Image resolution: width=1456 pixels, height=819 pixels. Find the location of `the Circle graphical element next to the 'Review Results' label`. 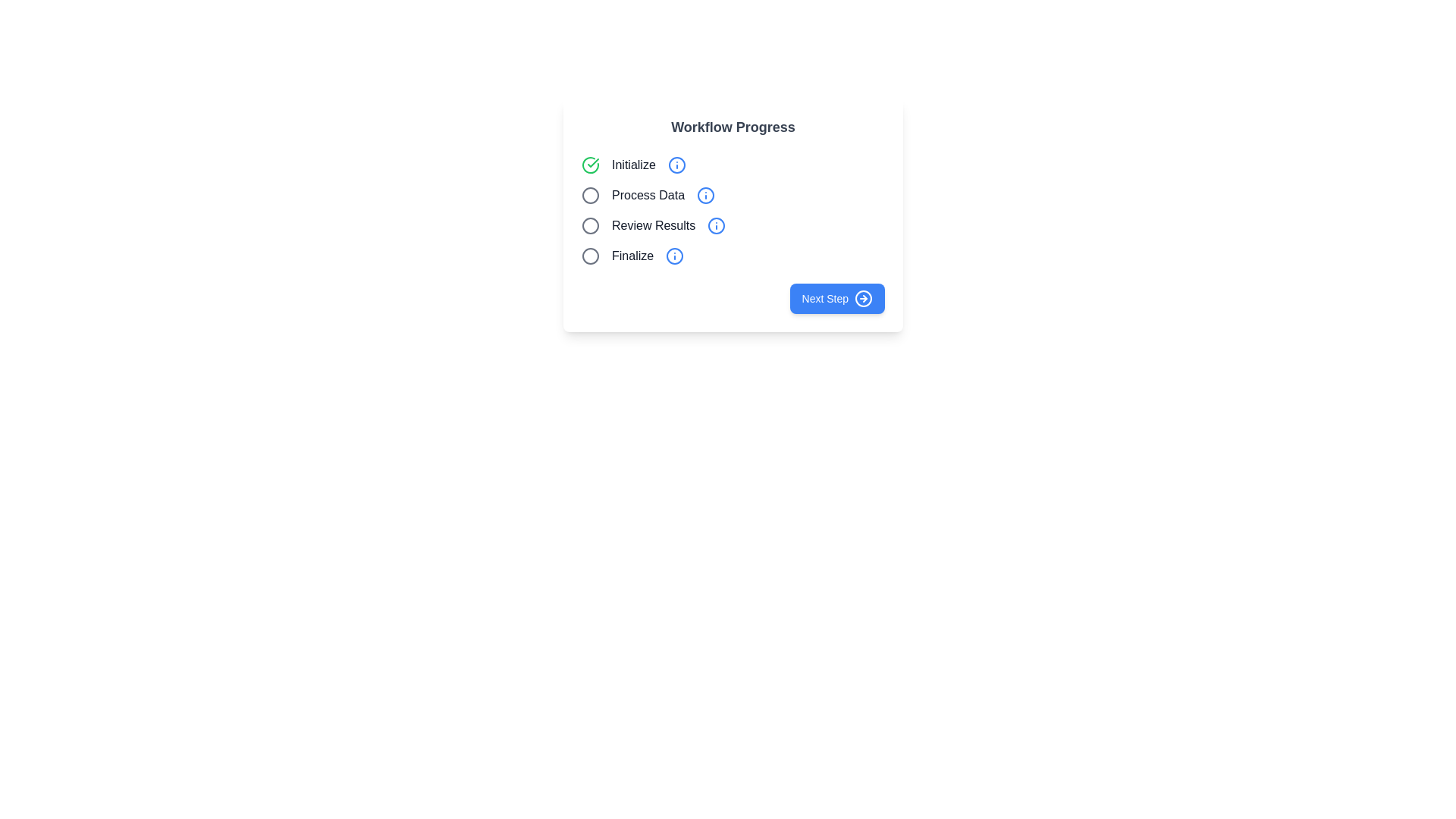

the Circle graphical element next to the 'Review Results' label is located at coordinates (716, 225).